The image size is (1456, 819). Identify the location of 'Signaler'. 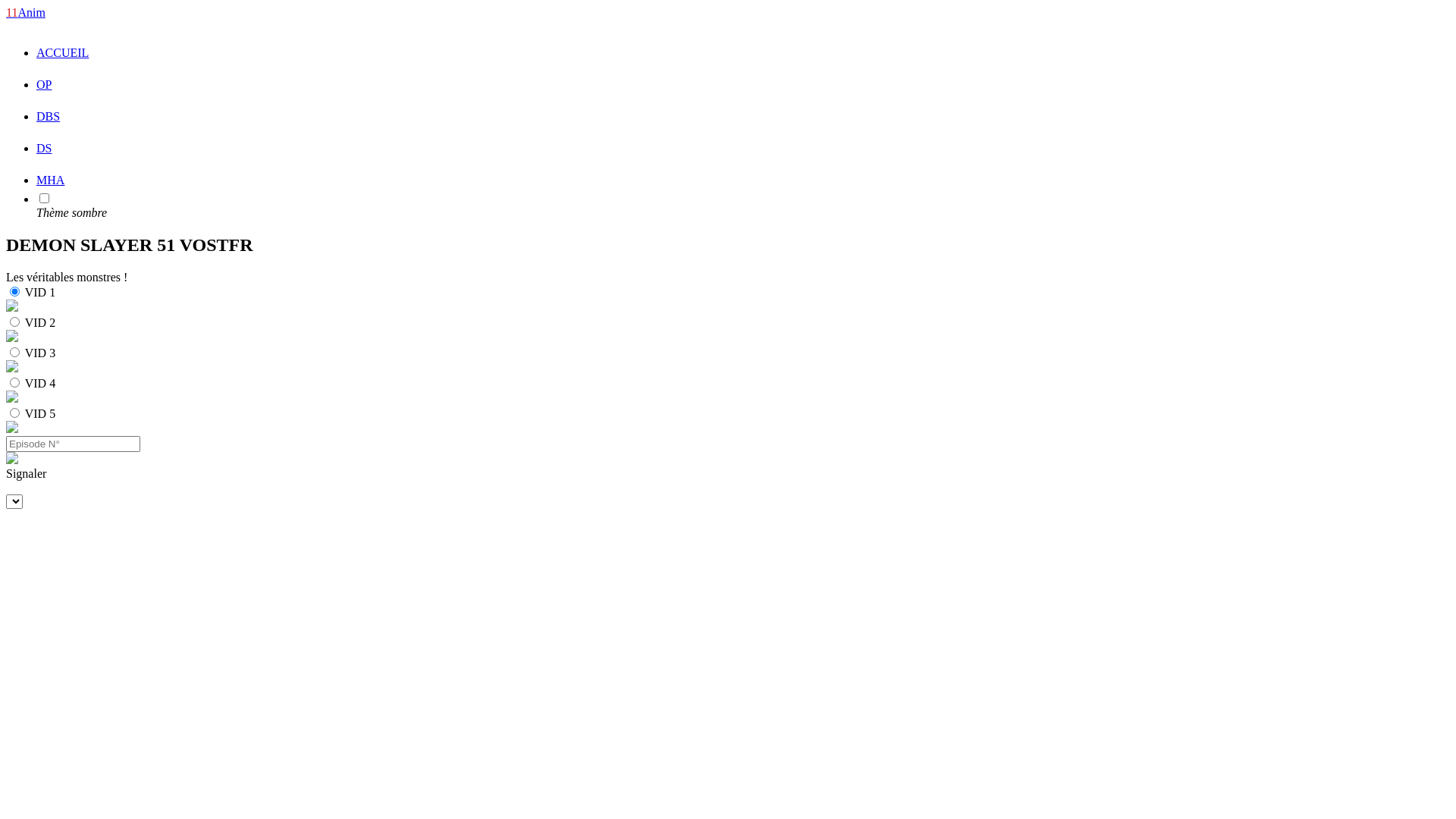
(728, 472).